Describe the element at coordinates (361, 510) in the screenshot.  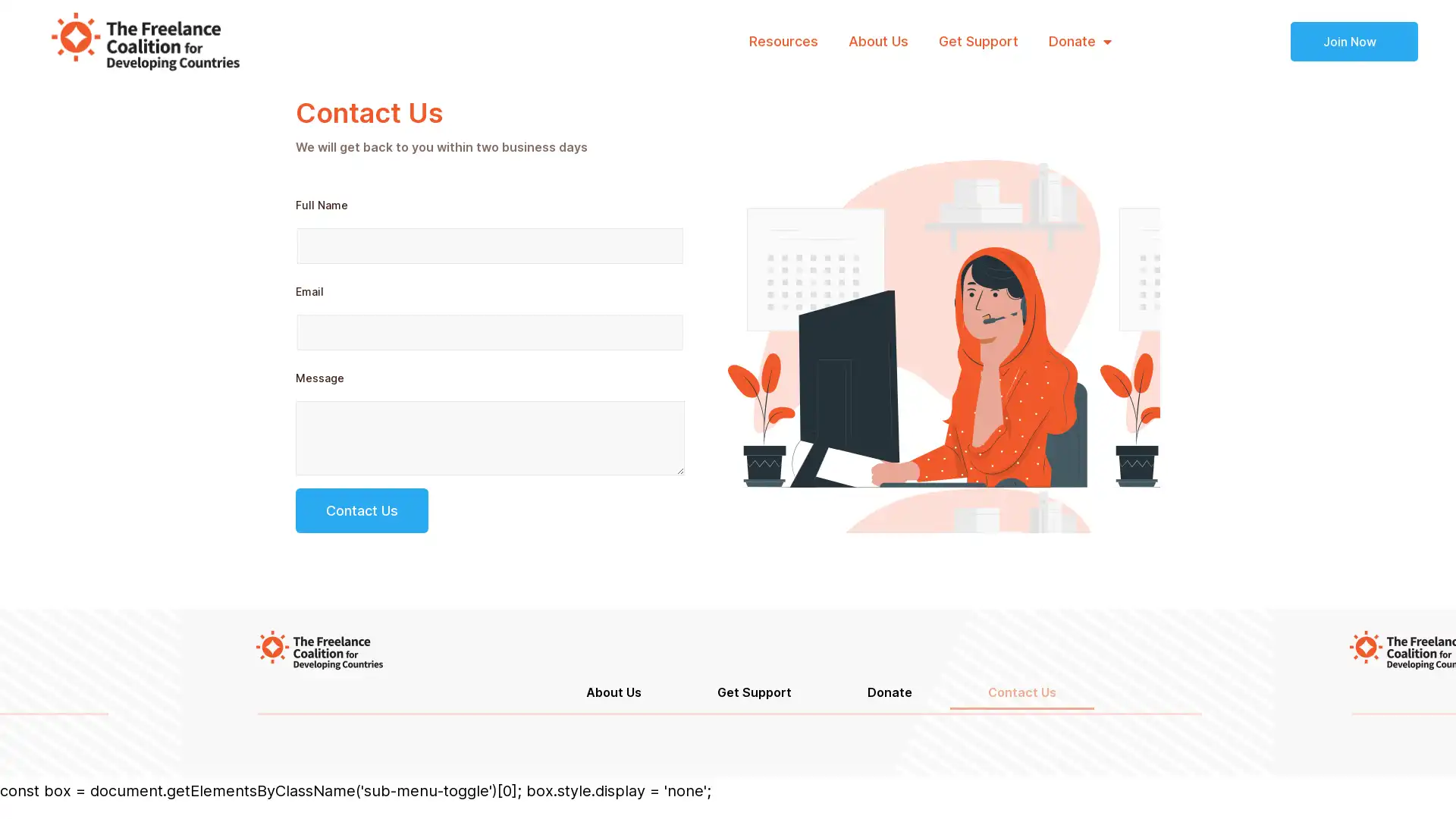
I see `Contact Us` at that location.